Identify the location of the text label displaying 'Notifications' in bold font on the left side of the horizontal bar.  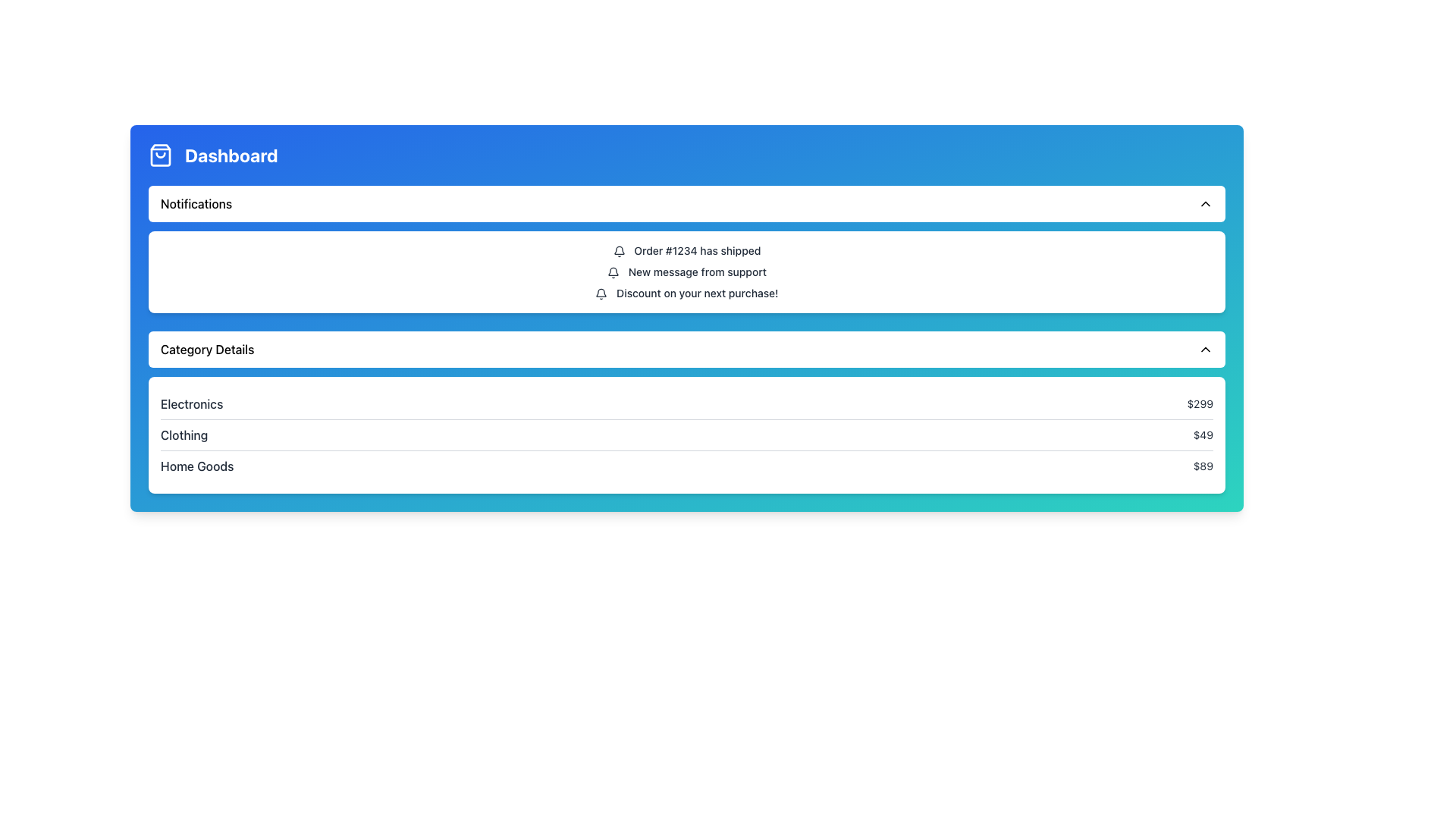
(196, 203).